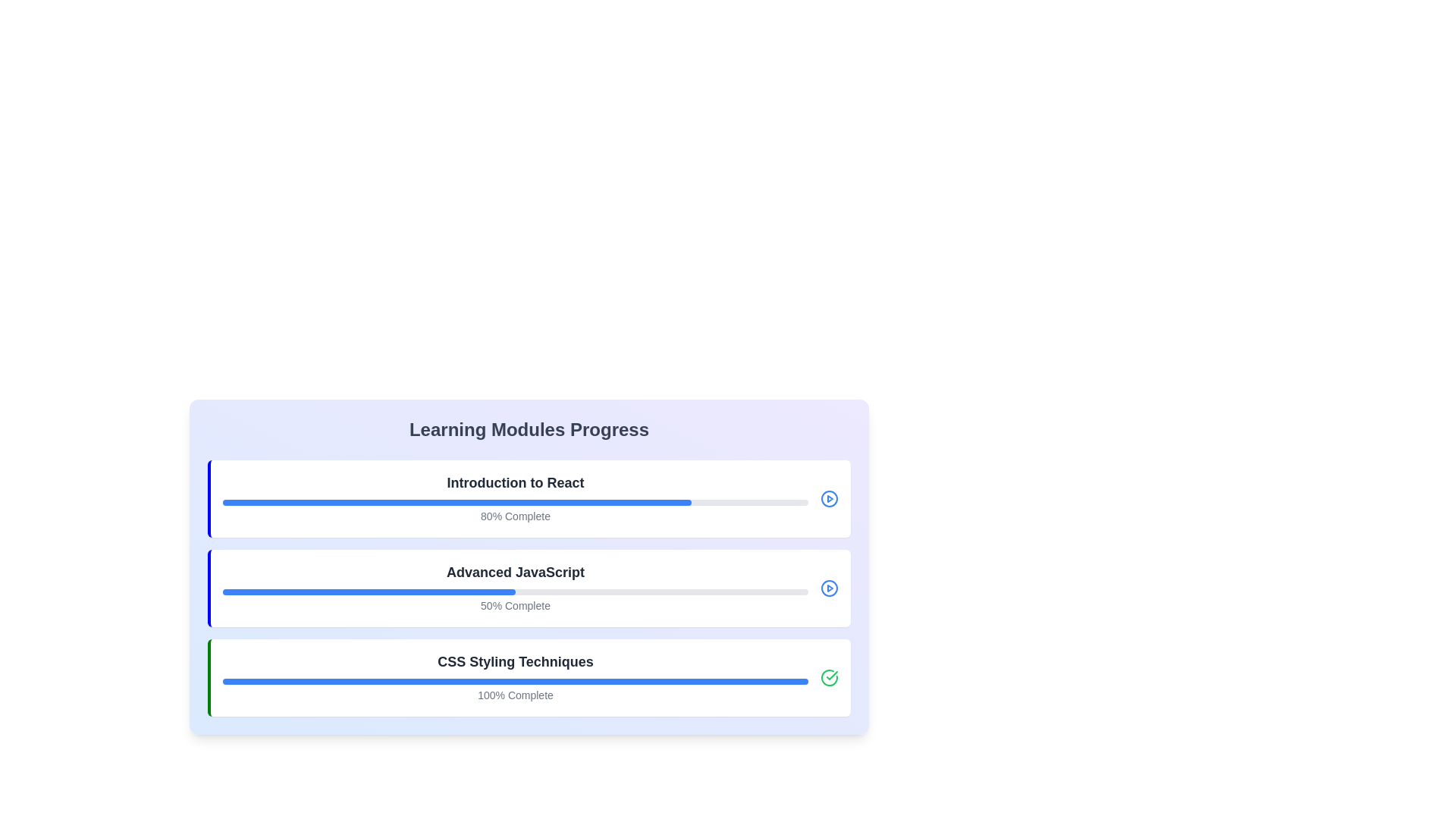  Describe the element at coordinates (529, 587) in the screenshot. I see `progress status from the progress tracker card labeled 'Advanced JavaScript', which is the second card in a vertical stack of progress cards` at that location.